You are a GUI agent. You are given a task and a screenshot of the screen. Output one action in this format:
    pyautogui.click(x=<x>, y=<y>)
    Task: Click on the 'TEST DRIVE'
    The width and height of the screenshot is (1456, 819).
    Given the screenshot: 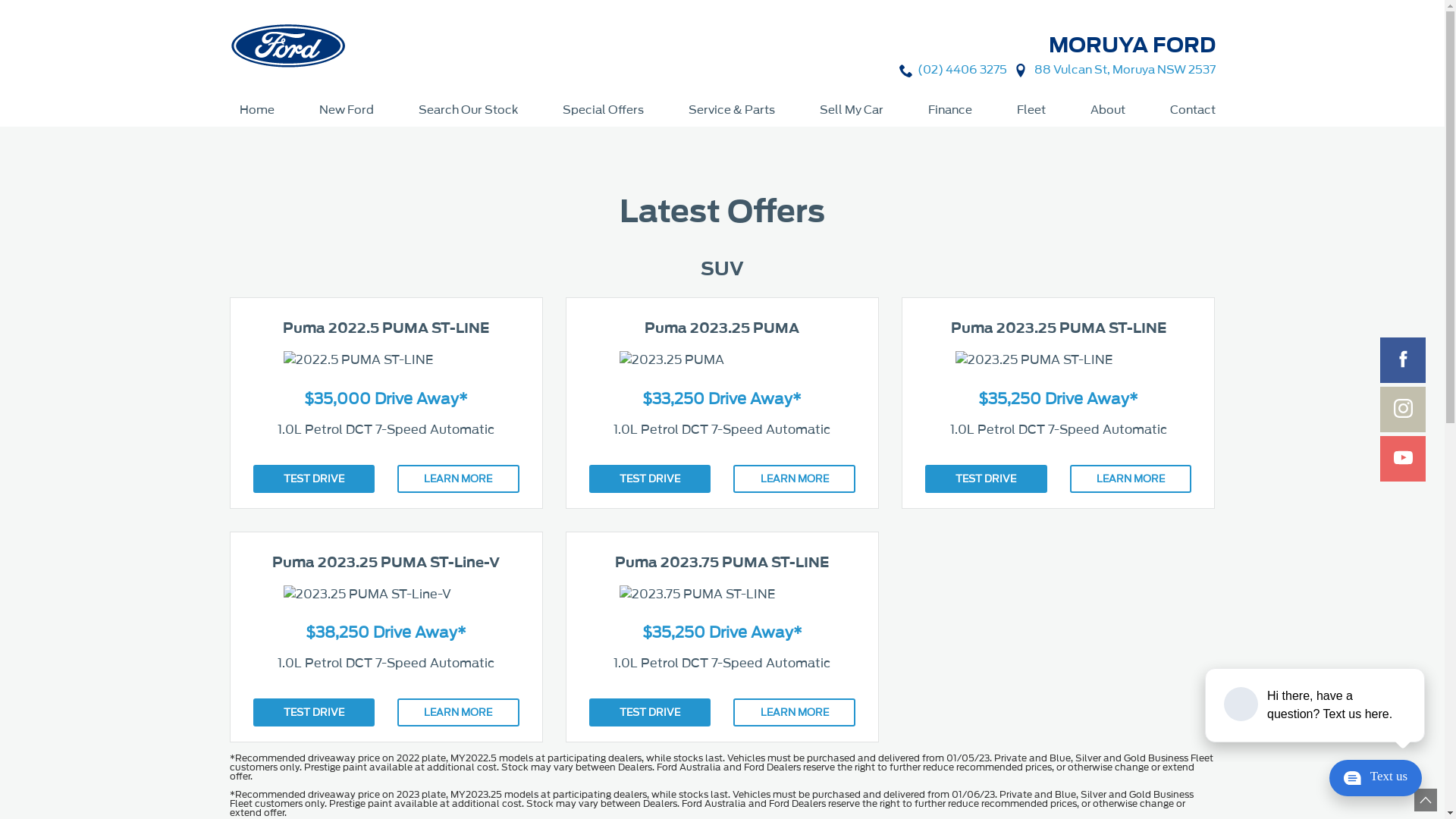 What is the action you would take?
    pyautogui.click(x=313, y=479)
    